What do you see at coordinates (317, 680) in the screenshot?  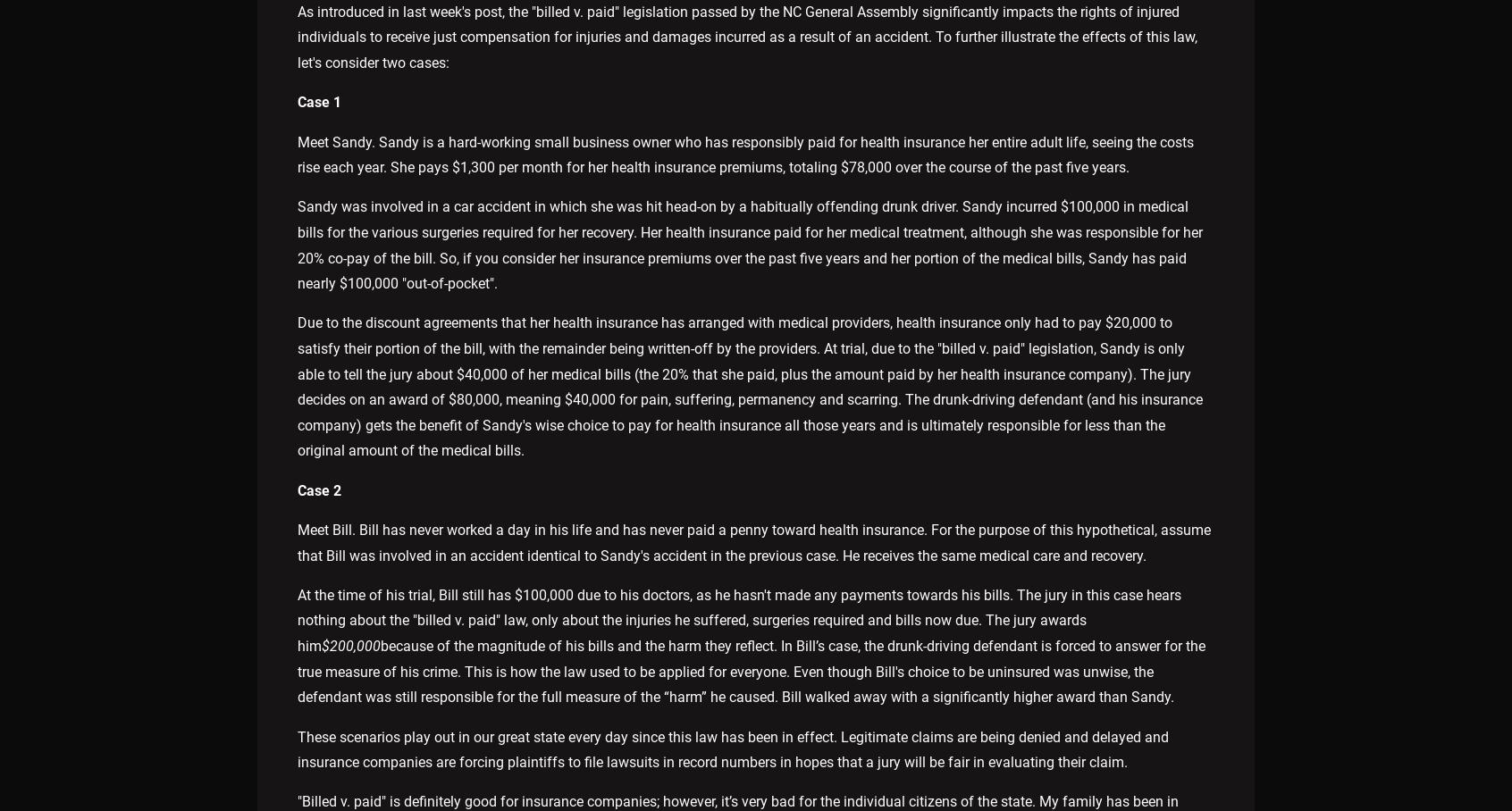 I see `'866-691-0607'` at bounding box center [317, 680].